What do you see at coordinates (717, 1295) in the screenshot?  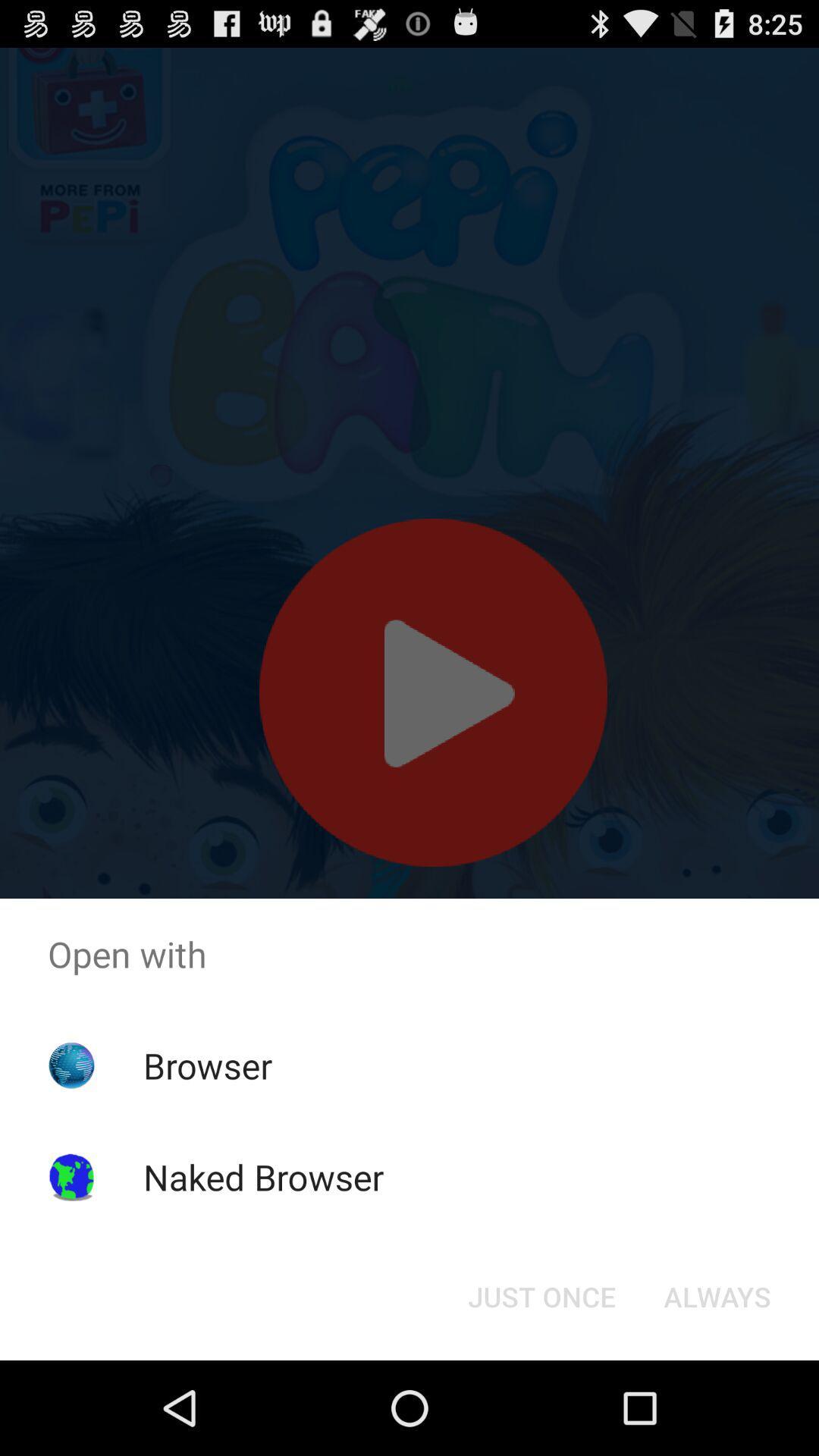 I see `the button at the bottom right corner` at bounding box center [717, 1295].